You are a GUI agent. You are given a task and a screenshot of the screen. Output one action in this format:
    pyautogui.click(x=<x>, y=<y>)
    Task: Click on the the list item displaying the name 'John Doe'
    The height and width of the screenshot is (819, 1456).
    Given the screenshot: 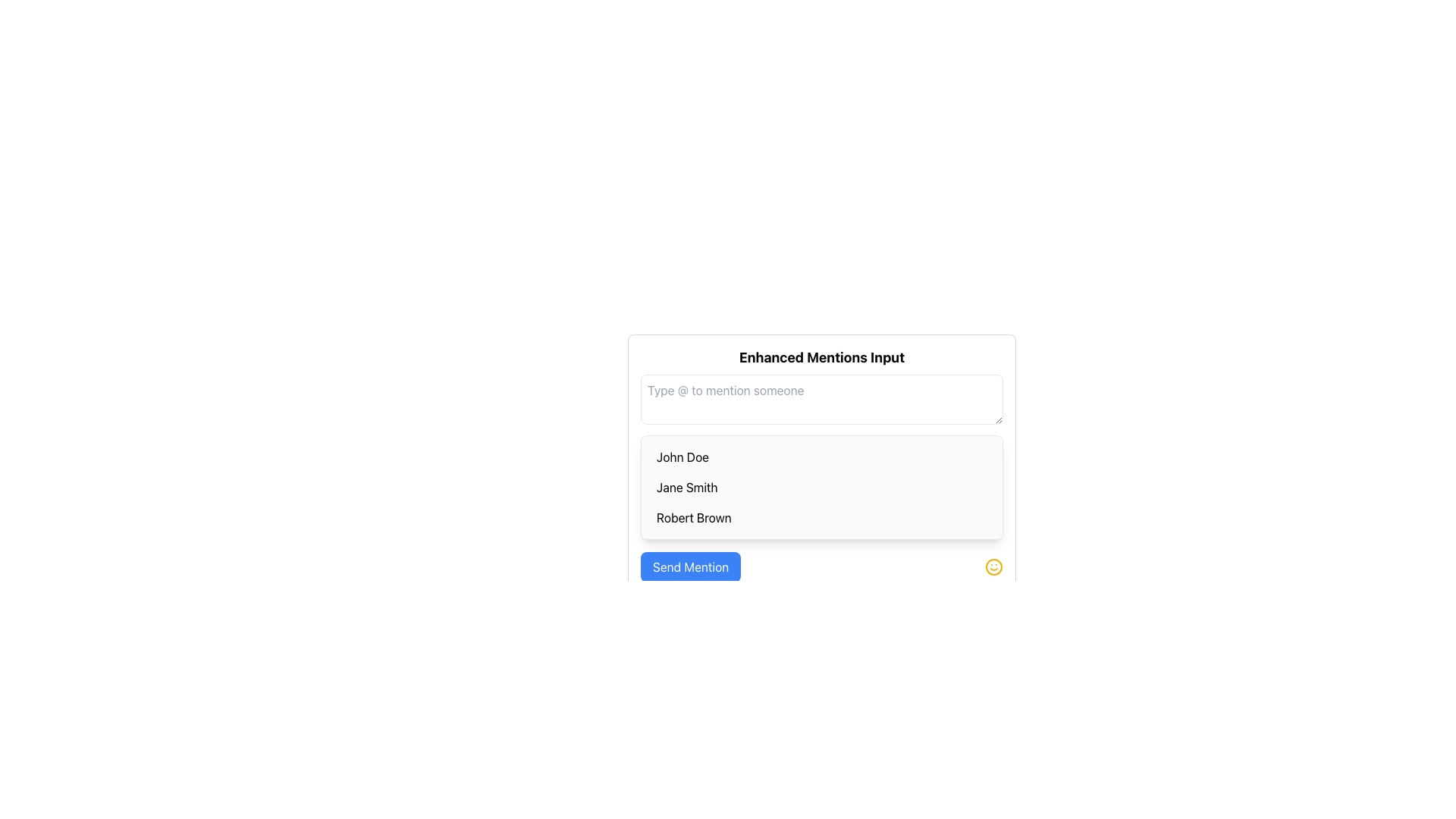 What is the action you would take?
    pyautogui.click(x=821, y=456)
    